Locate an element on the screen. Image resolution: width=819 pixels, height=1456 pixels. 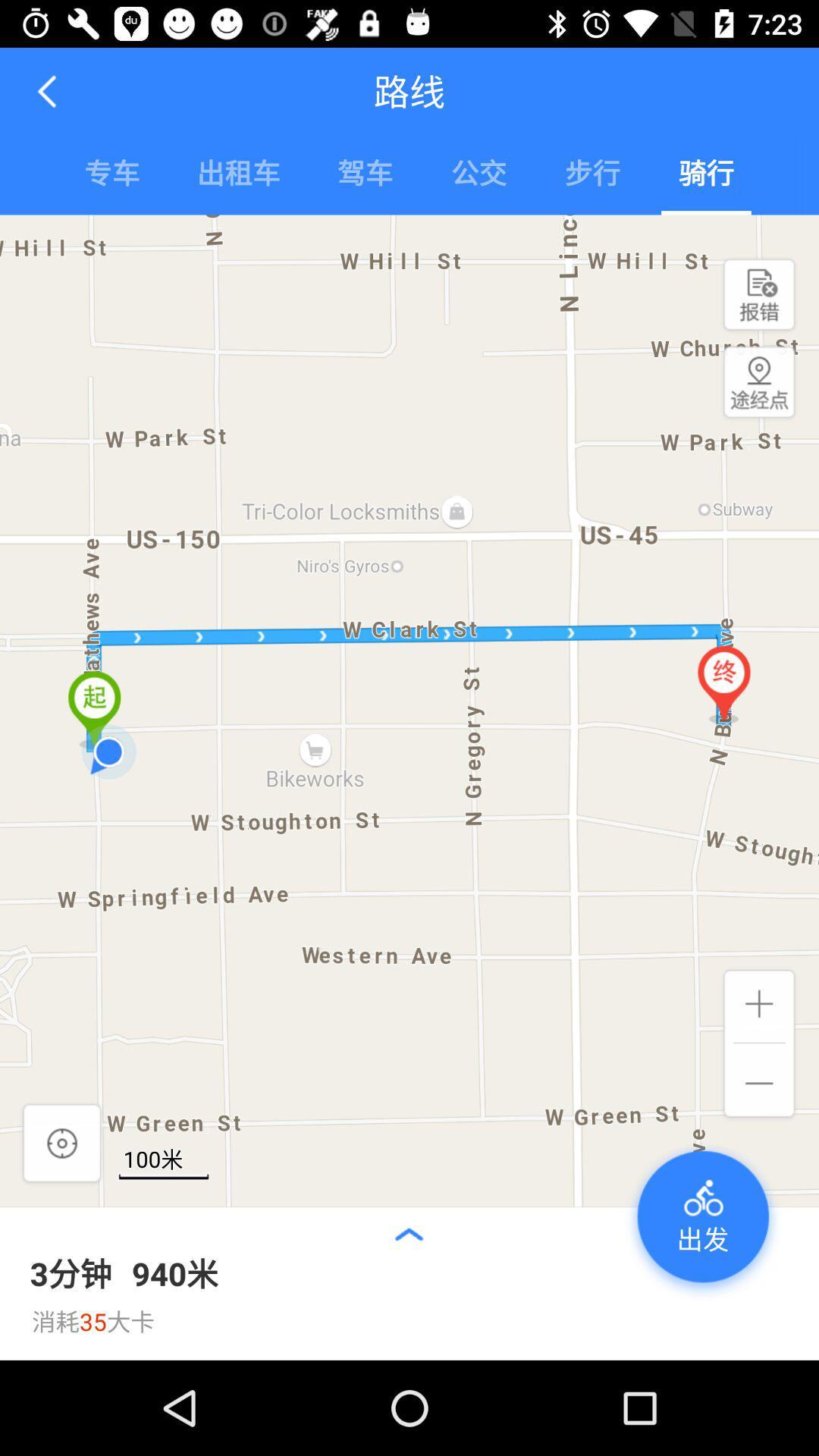
the arrow_backward icon is located at coordinates (48, 90).